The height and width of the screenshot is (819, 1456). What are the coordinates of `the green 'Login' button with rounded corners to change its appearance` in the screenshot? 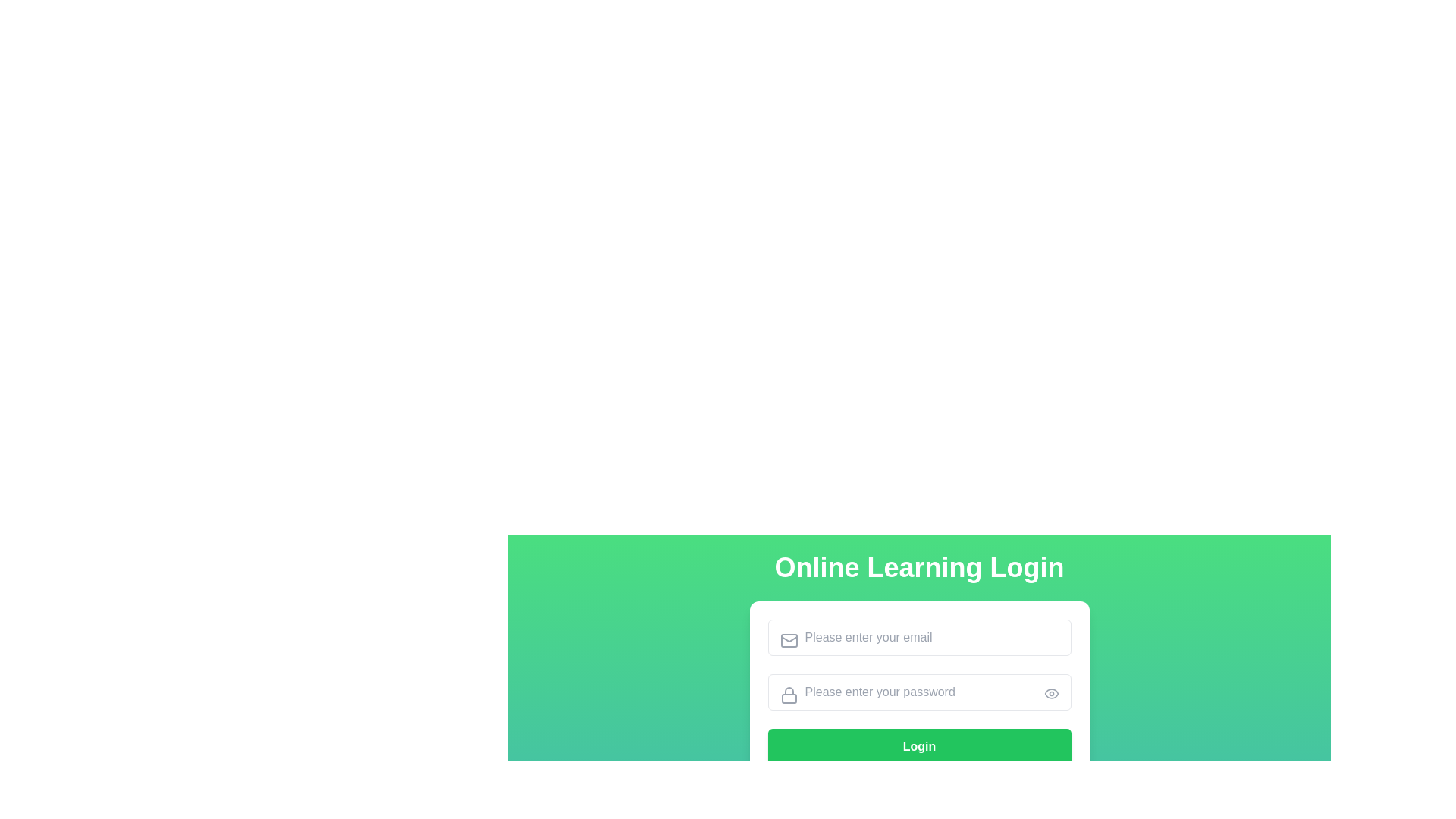 It's located at (918, 745).